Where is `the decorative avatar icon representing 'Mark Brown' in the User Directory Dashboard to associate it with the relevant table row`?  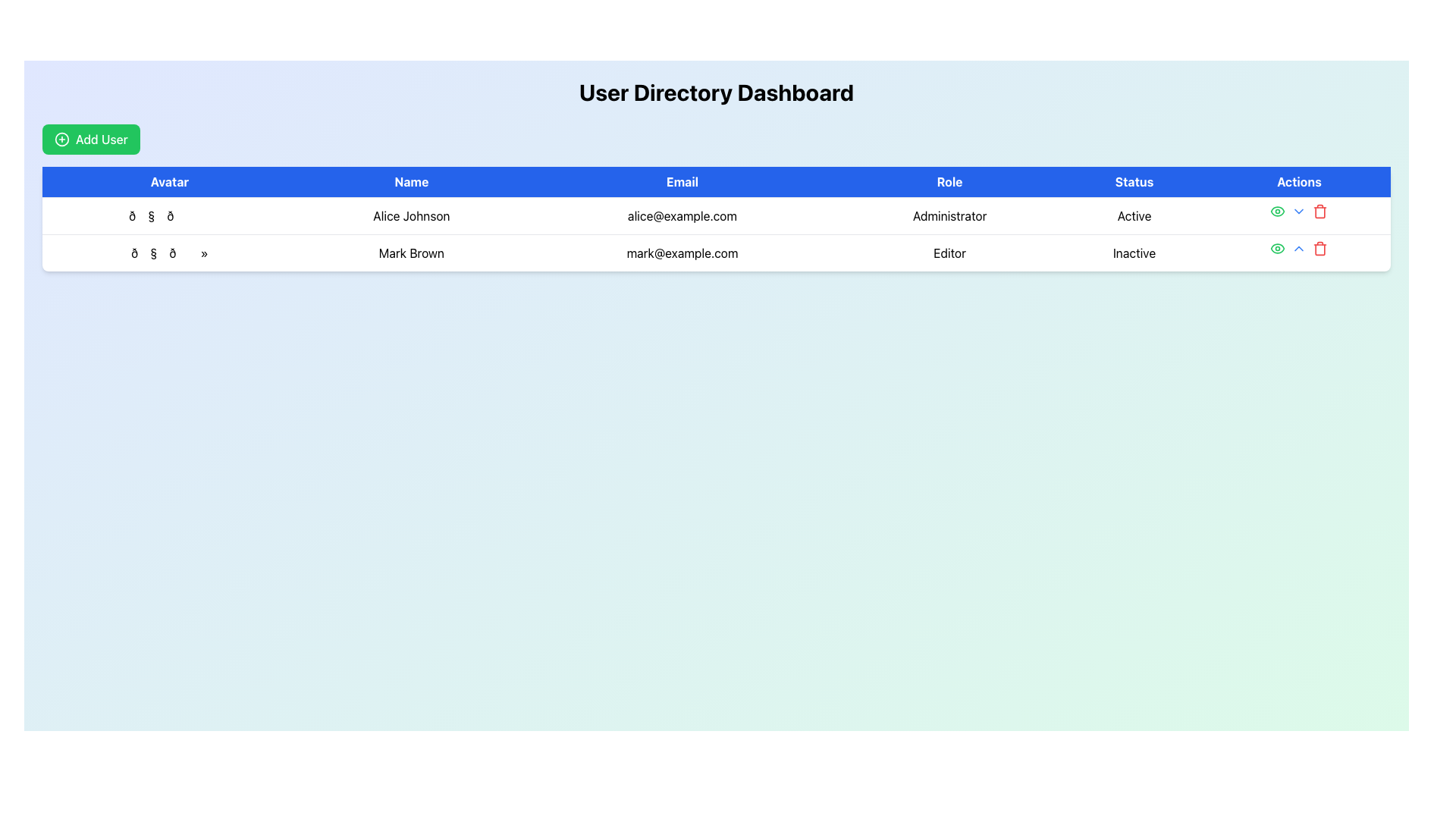 the decorative avatar icon representing 'Mark Brown' in the User Directory Dashboard to associate it with the relevant table row is located at coordinates (169, 252).